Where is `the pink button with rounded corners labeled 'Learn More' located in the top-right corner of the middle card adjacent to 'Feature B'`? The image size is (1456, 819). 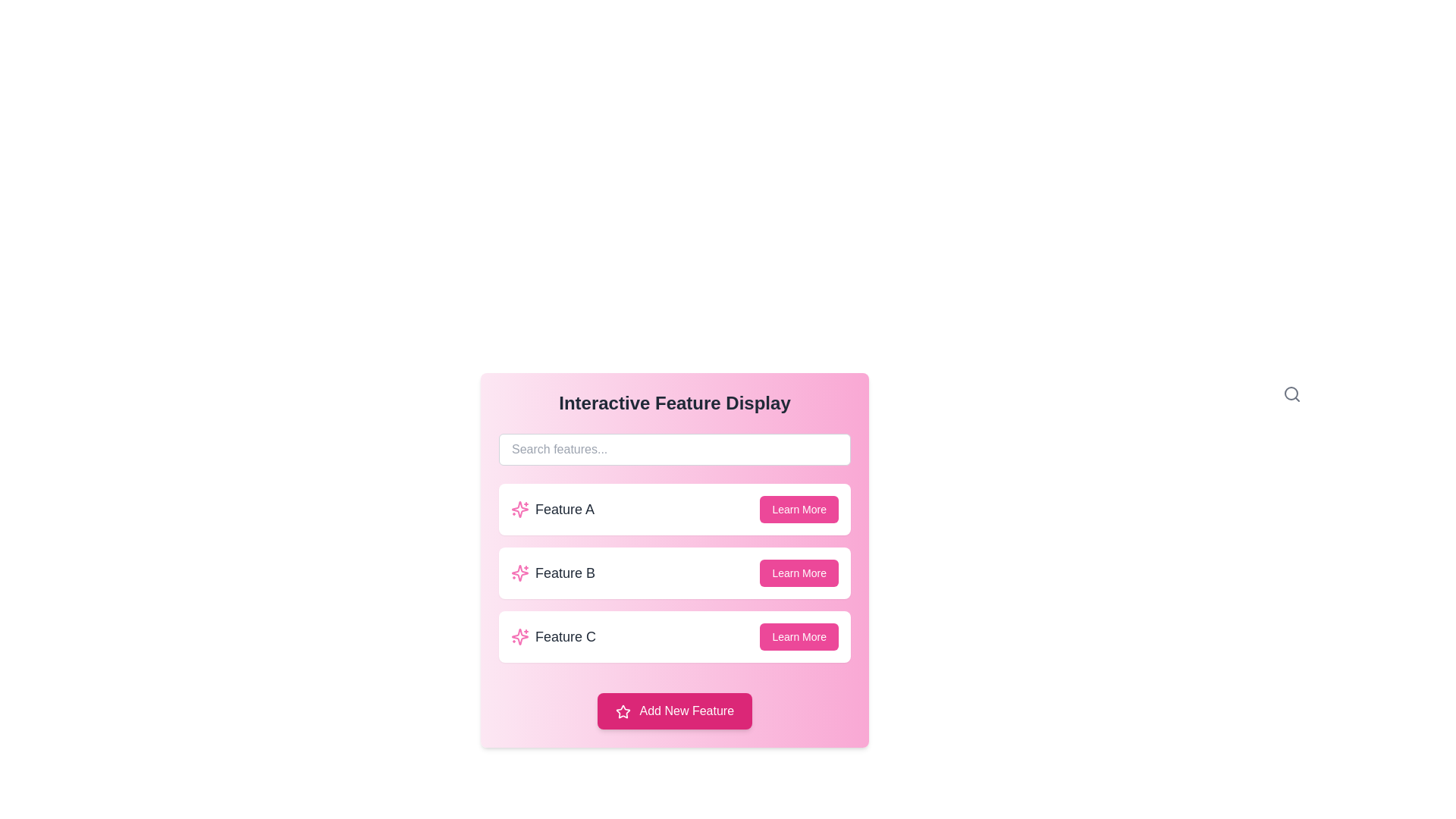
the pink button with rounded corners labeled 'Learn More' located in the top-right corner of the middle card adjacent to 'Feature B' is located at coordinates (799, 573).